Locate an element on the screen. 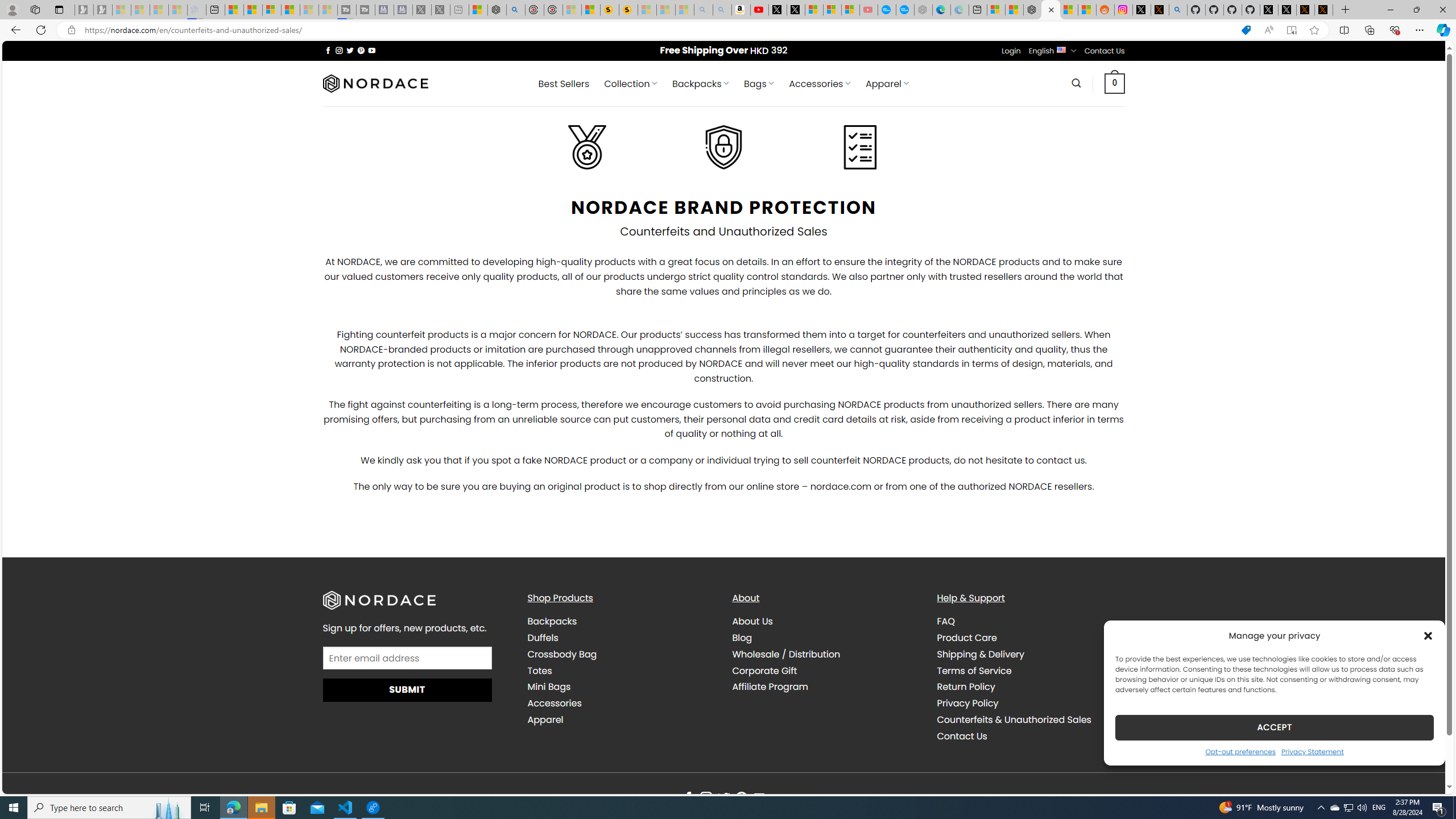  'Newsletter Sign Up - Sleeping' is located at coordinates (102, 9).